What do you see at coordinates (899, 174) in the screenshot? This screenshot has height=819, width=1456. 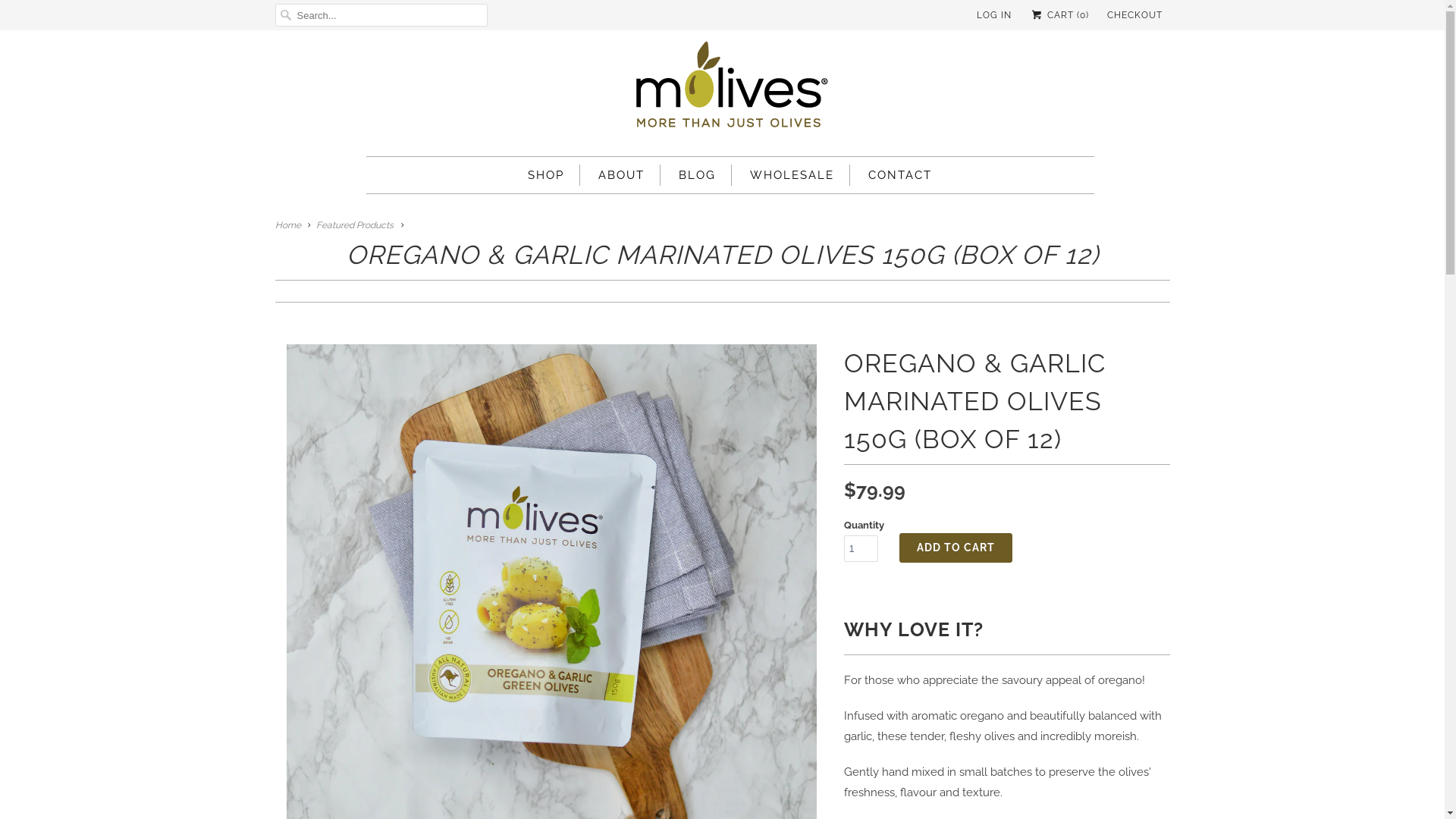 I see `'CONTACT'` at bounding box center [899, 174].